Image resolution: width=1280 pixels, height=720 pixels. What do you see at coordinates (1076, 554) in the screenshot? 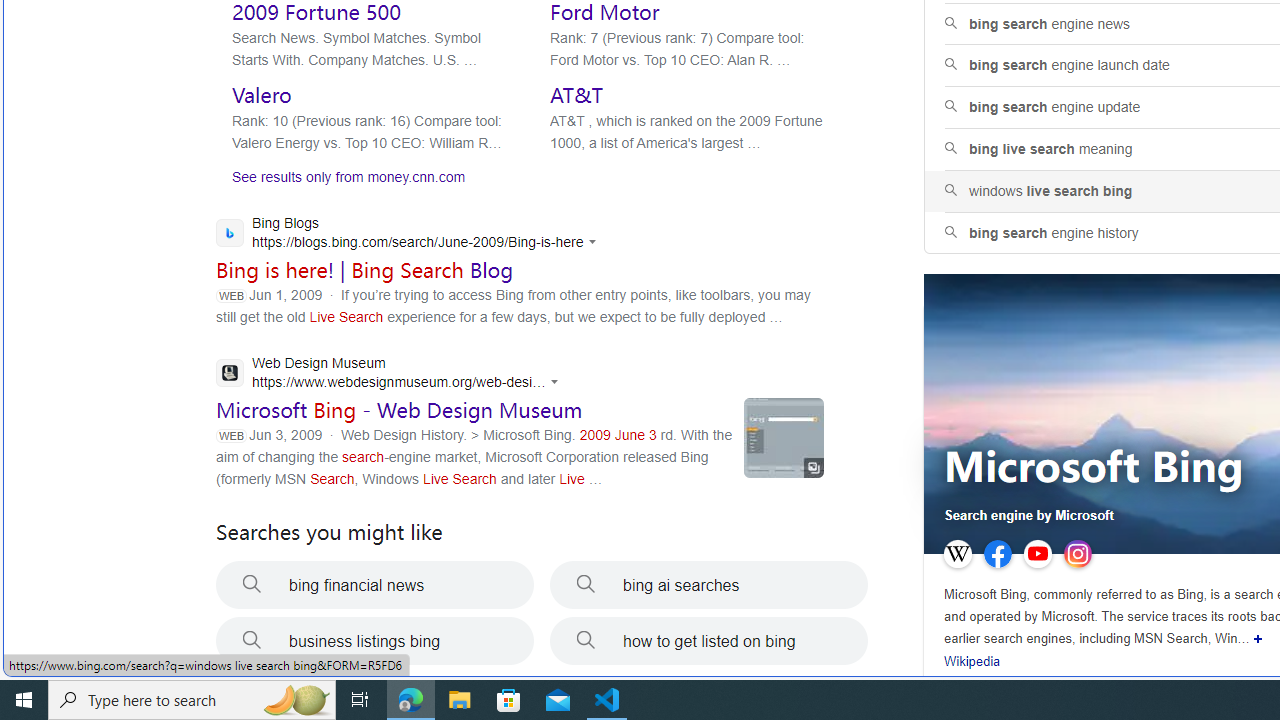
I see `'Instagram'` at bounding box center [1076, 554].